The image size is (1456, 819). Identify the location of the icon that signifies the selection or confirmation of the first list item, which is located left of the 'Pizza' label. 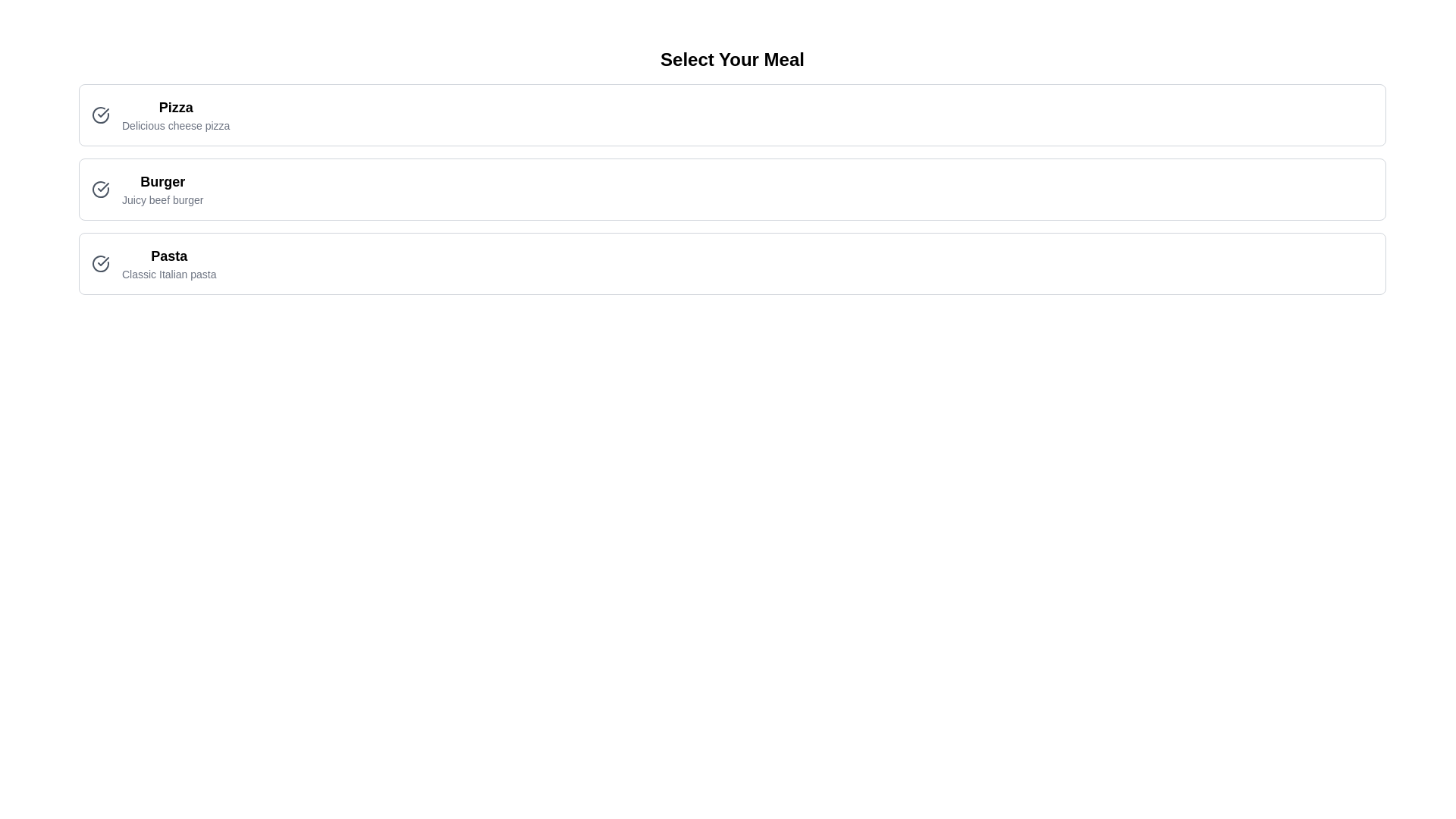
(102, 186).